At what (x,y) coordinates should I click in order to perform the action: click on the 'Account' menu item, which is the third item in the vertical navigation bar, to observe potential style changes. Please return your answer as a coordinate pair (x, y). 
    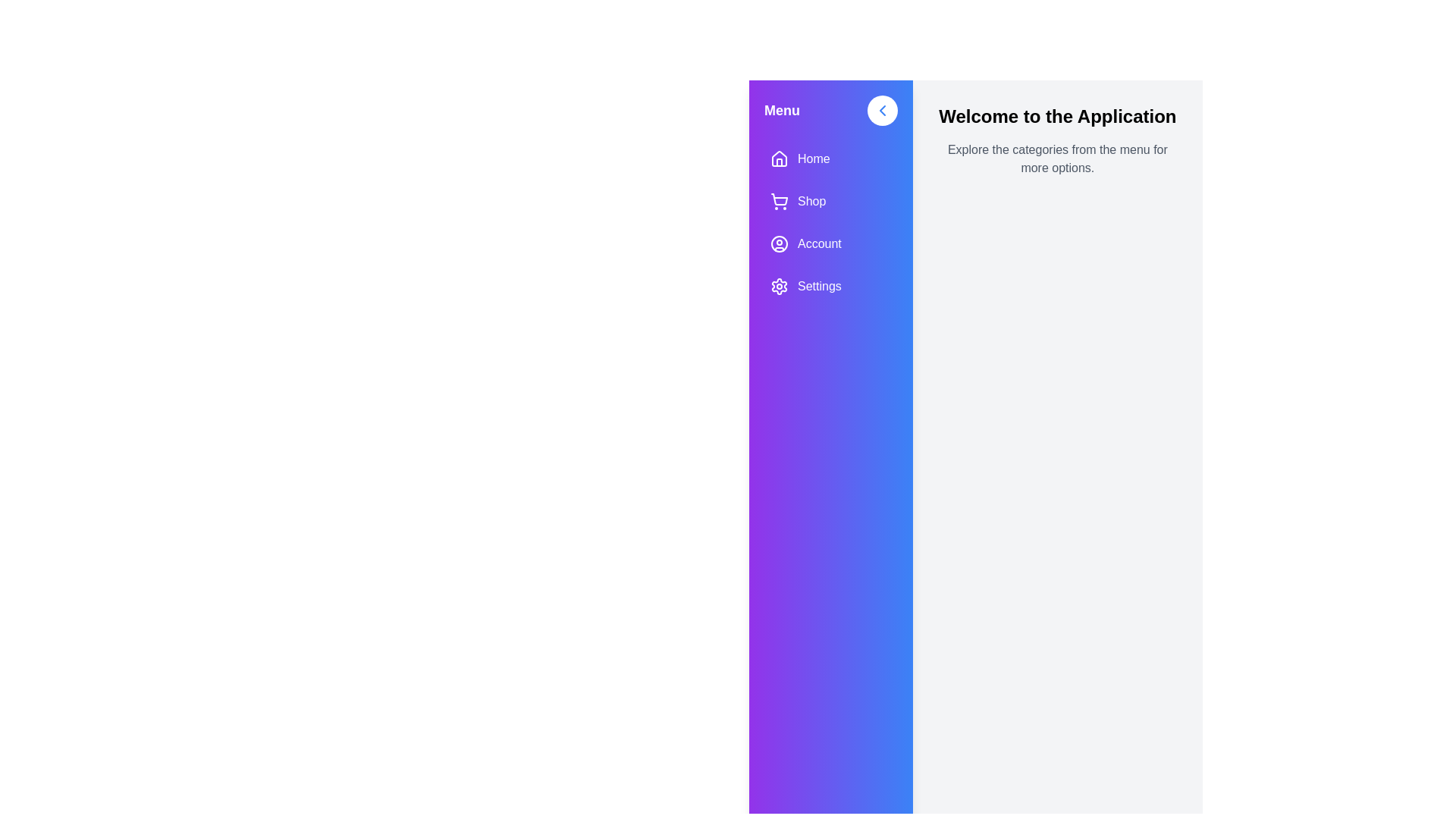
    Looking at the image, I should click on (830, 243).